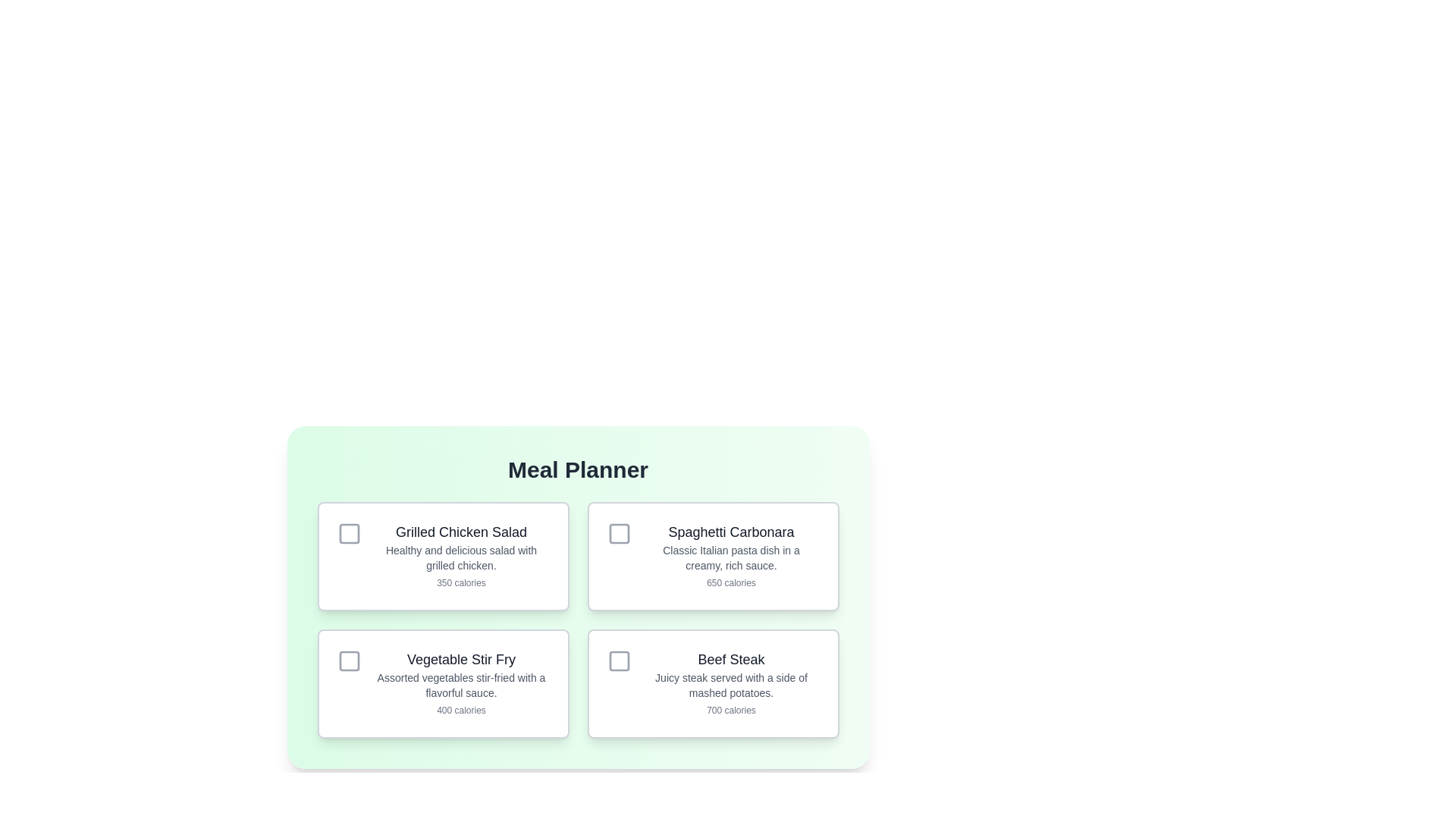 The height and width of the screenshot is (819, 1456). What do you see at coordinates (619, 660) in the screenshot?
I see `the checkbox state indicator for the 'Beef Steak' item in the meal planner section` at bounding box center [619, 660].